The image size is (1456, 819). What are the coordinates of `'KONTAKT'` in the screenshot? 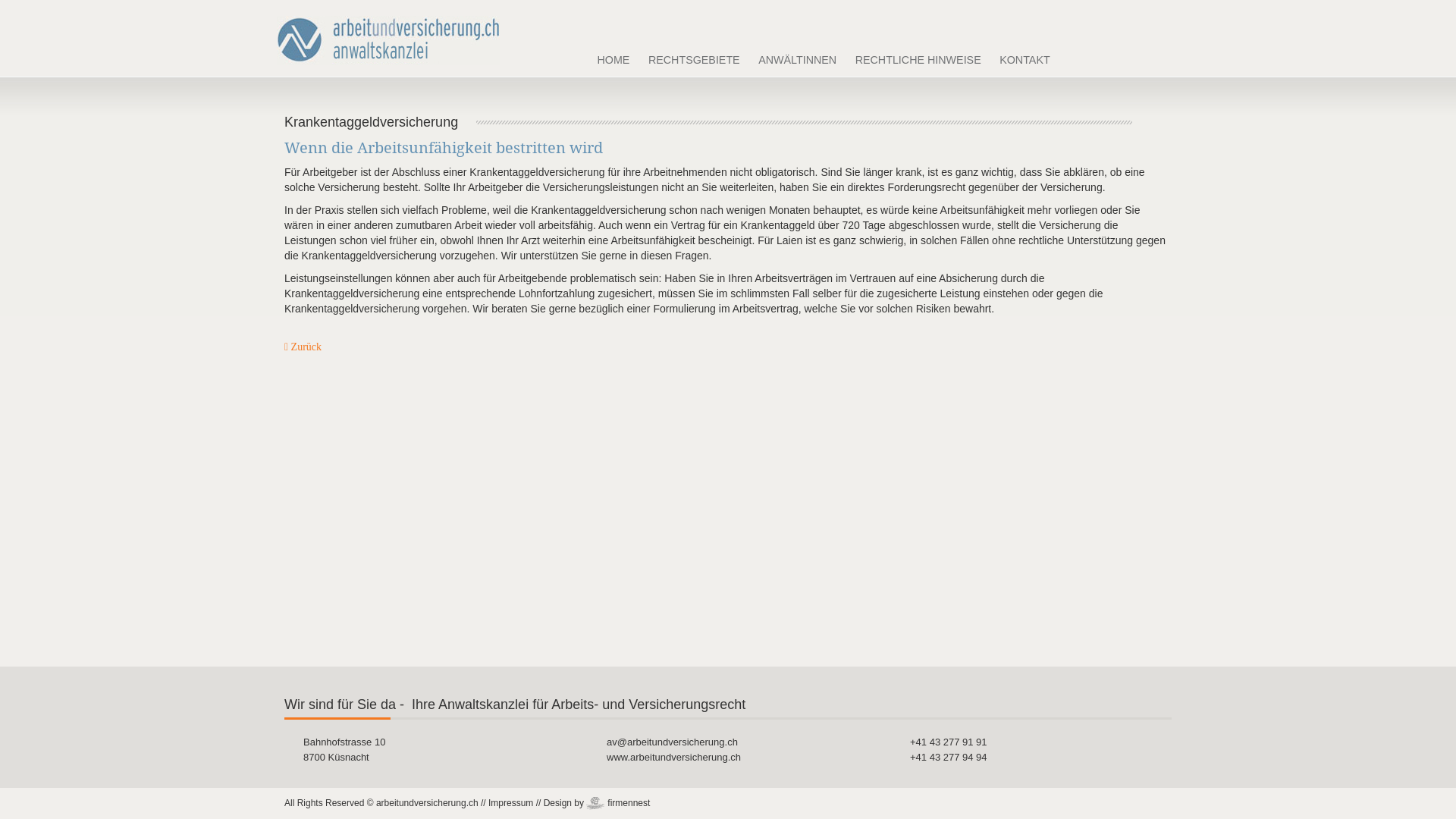 It's located at (1025, 59).